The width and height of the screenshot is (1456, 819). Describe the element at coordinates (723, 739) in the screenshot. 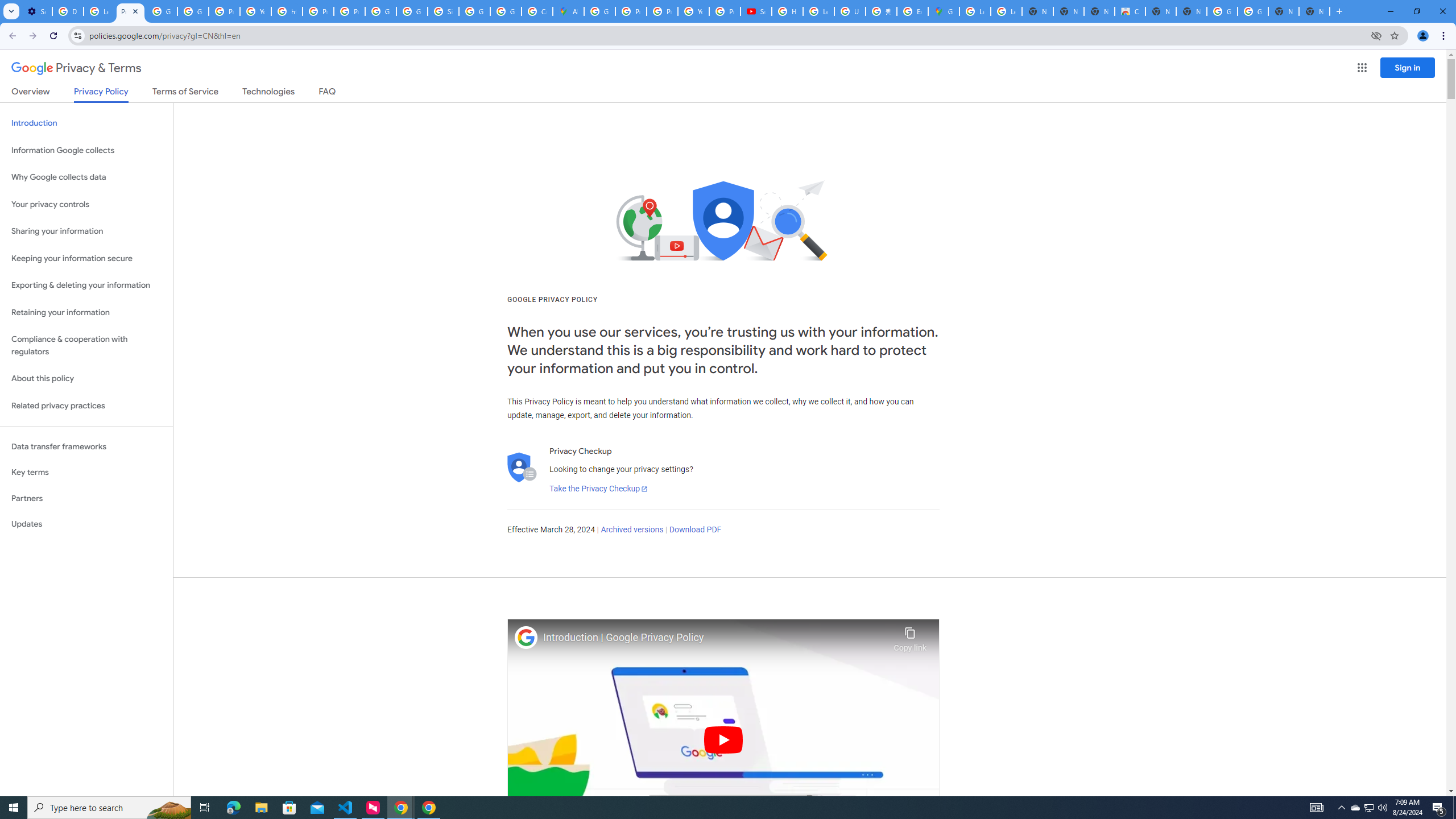

I see `'Play'` at that location.